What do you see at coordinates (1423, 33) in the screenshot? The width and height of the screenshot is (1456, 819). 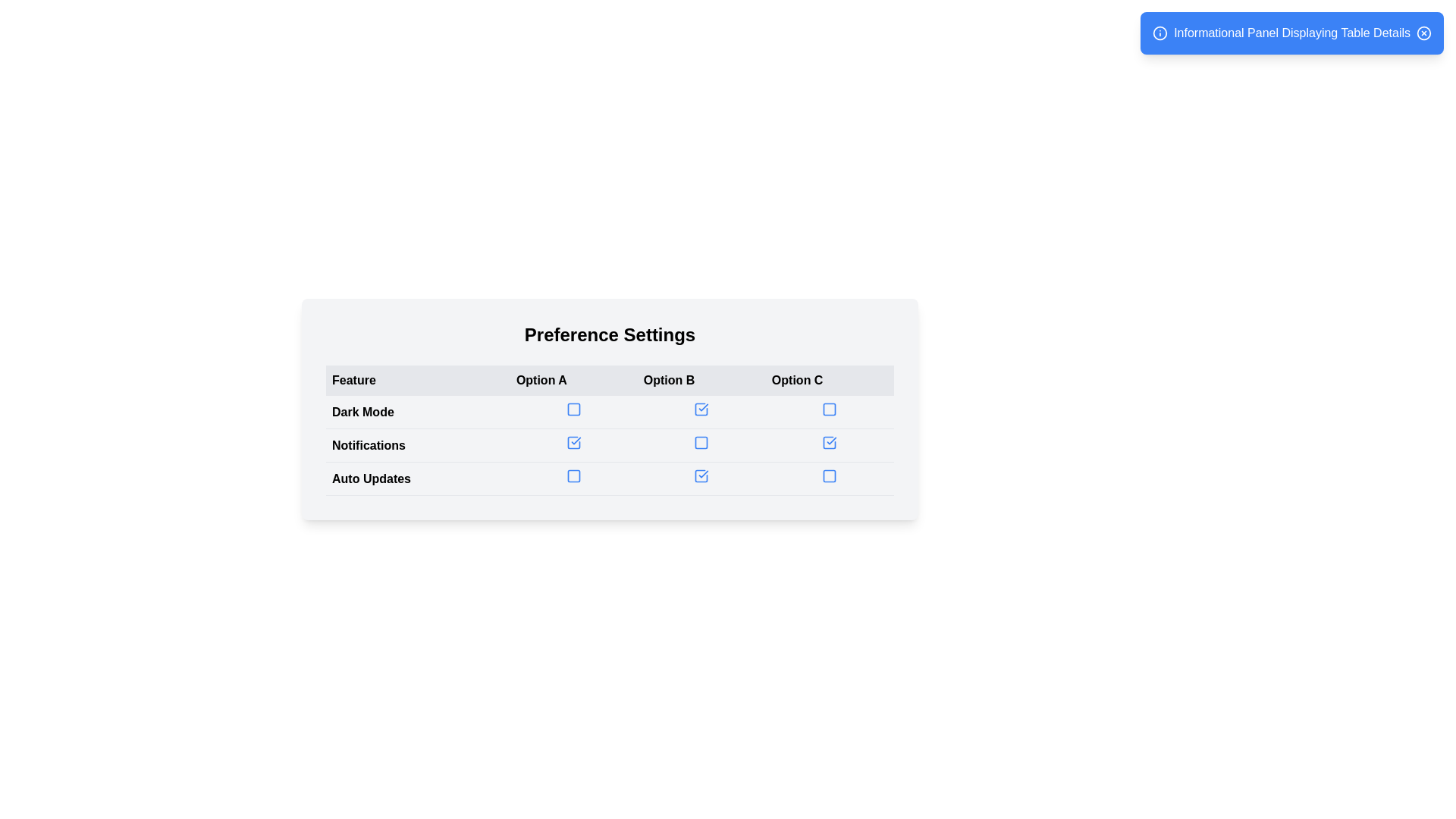 I see `the circular element representing the 'close' icon in the top-right corner of the blue rectangular section labeled 'Informational Panel Displaying Table Details'` at bounding box center [1423, 33].